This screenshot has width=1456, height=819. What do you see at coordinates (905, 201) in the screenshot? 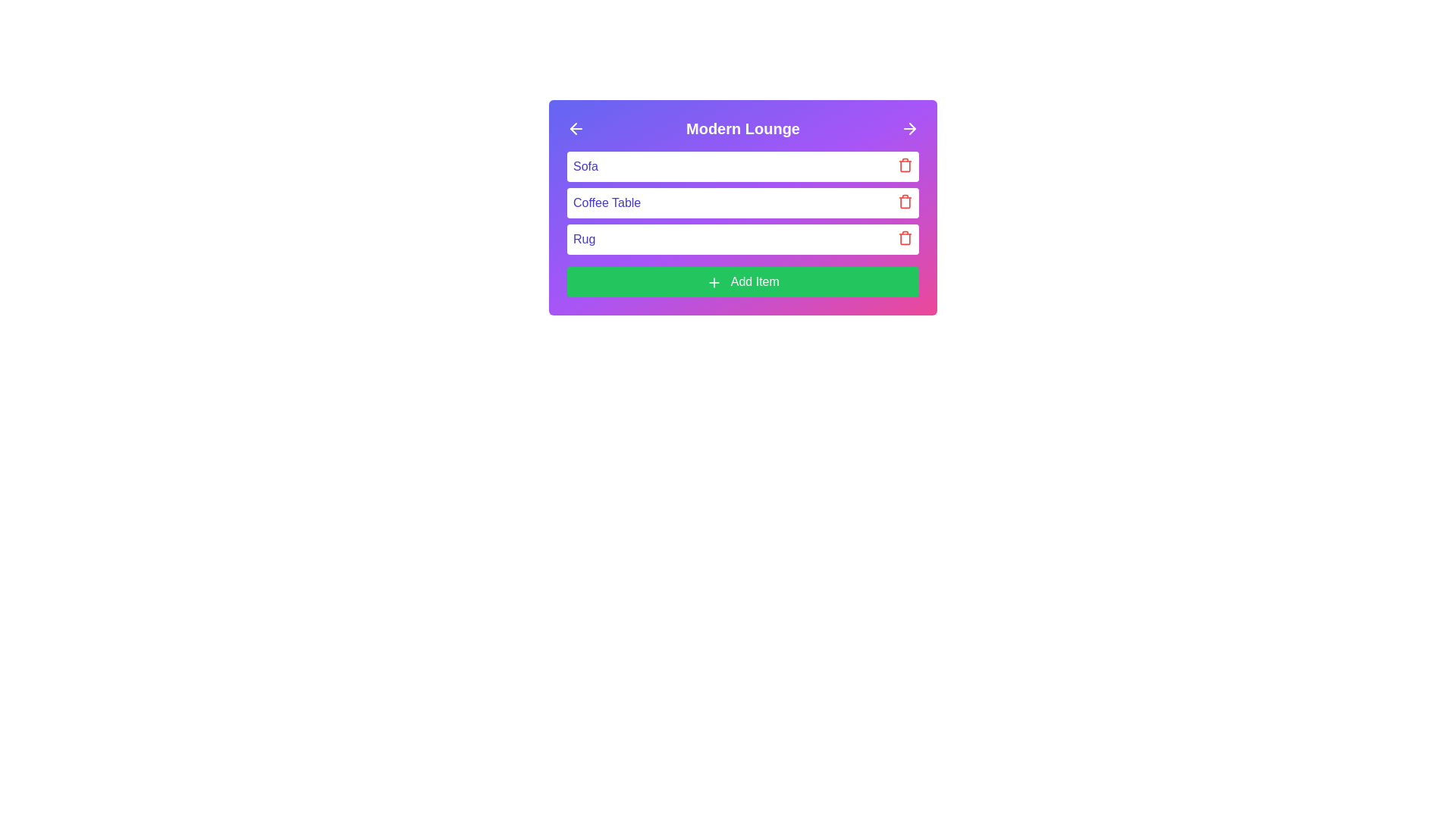
I see `the delete Icon button located to the right of the 'Coffee Table' label in the 'Modern Lounge' section` at bounding box center [905, 201].